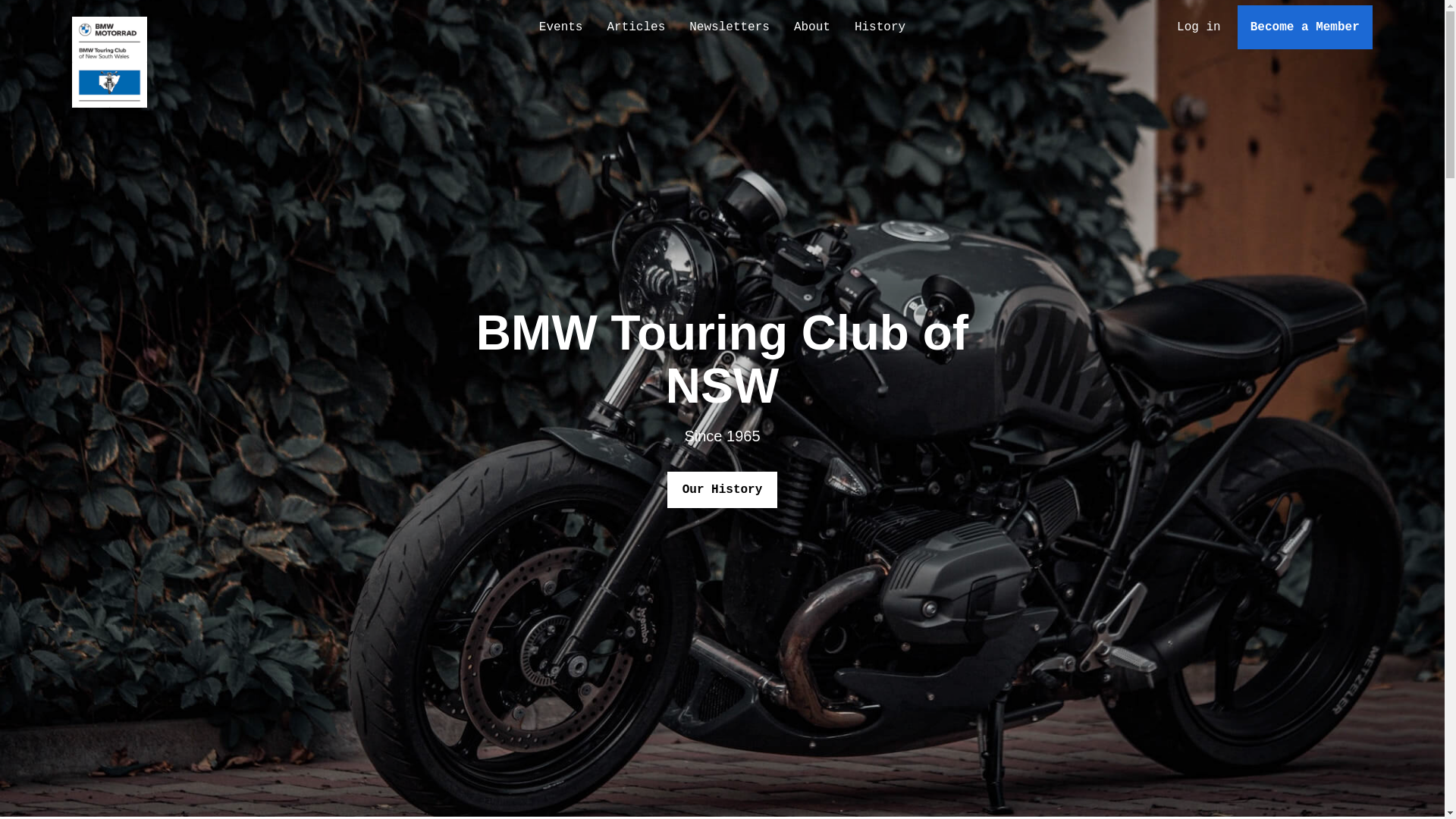  I want to click on 'Events', so click(560, 27).